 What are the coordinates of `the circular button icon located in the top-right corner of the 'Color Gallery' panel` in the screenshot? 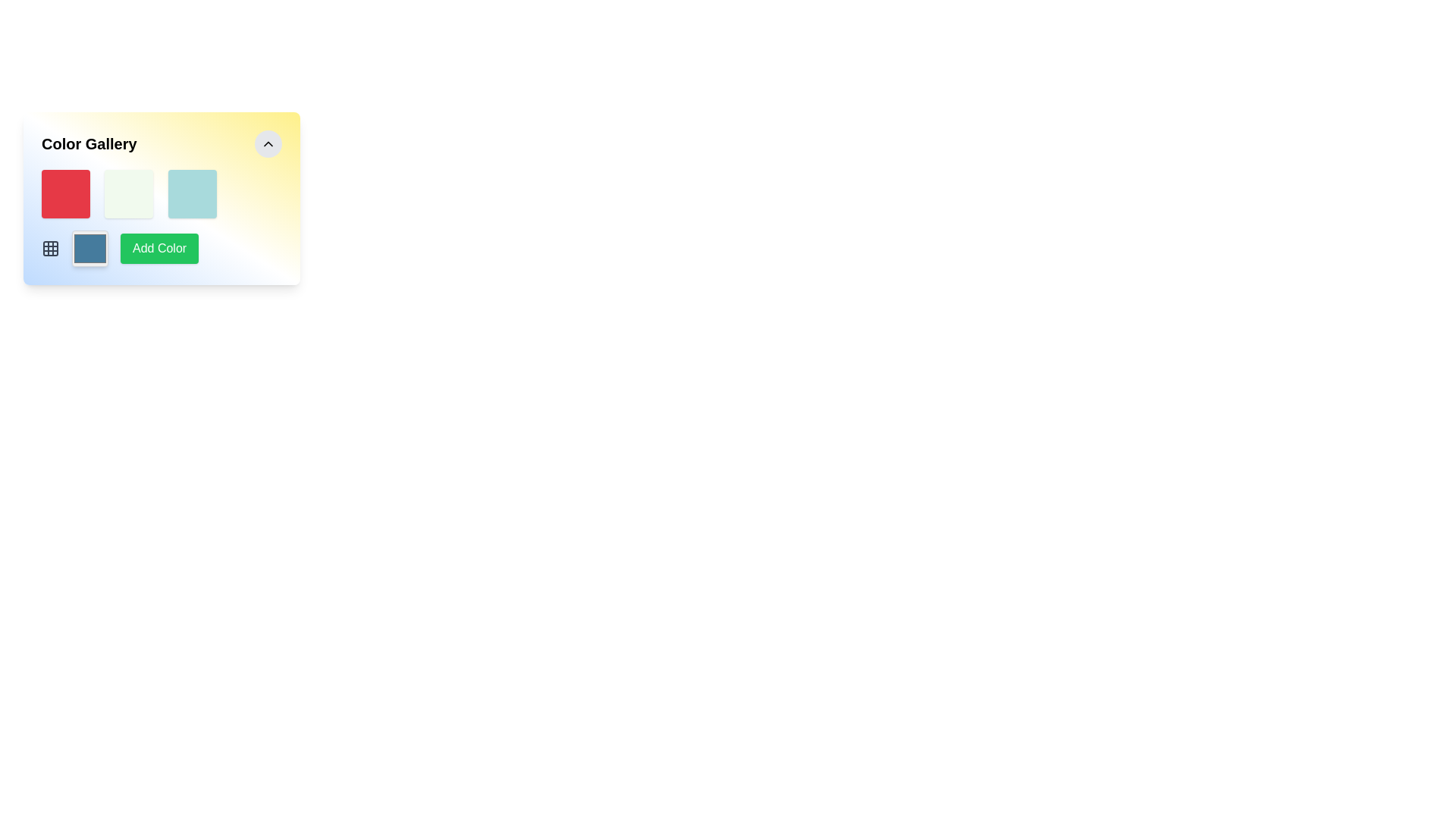 It's located at (268, 143).